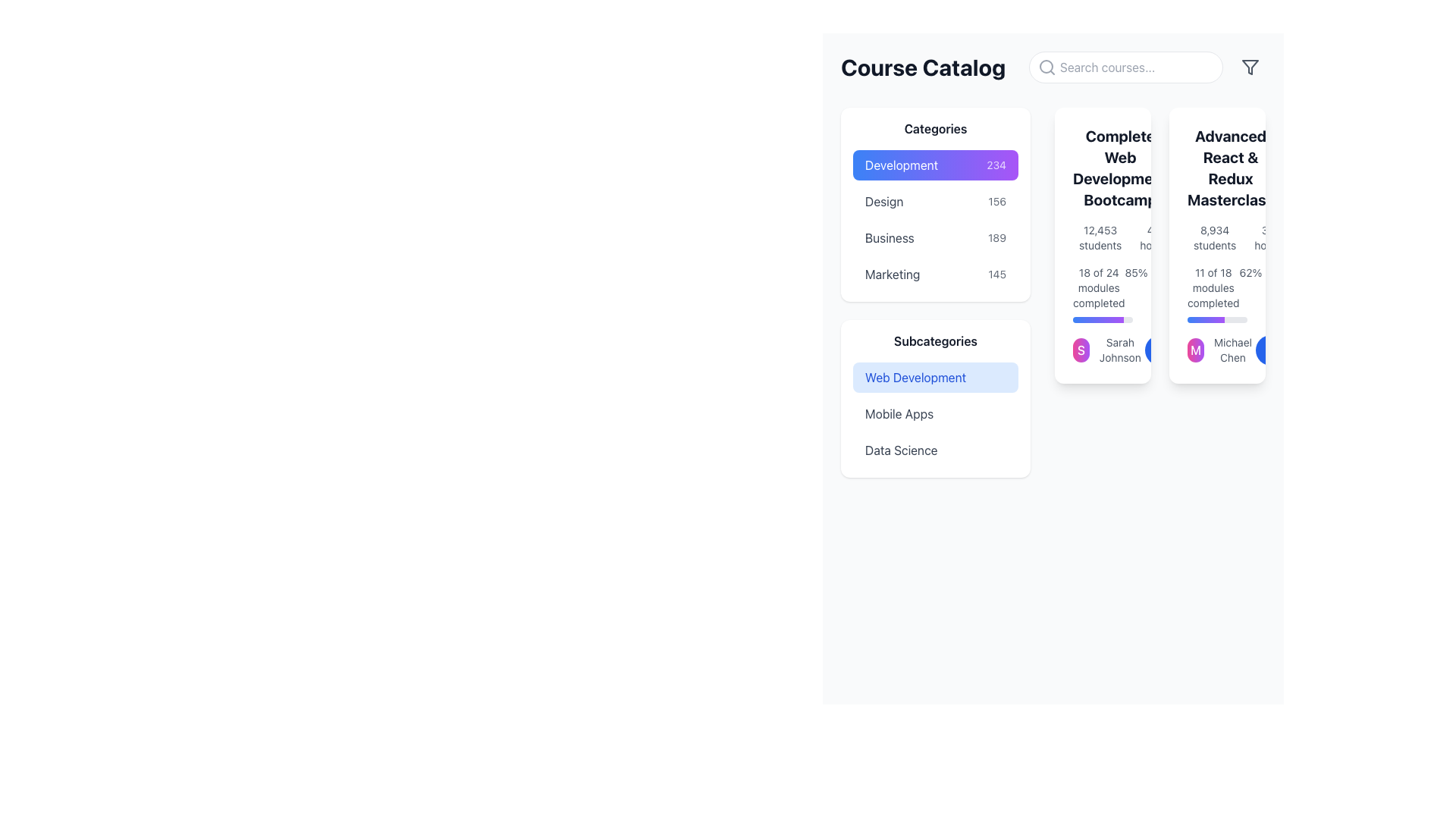 The image size is (1456, 819). I want to click on the interactive button displaying 'Development234' in the 'Categories' section, so click(934, 165).